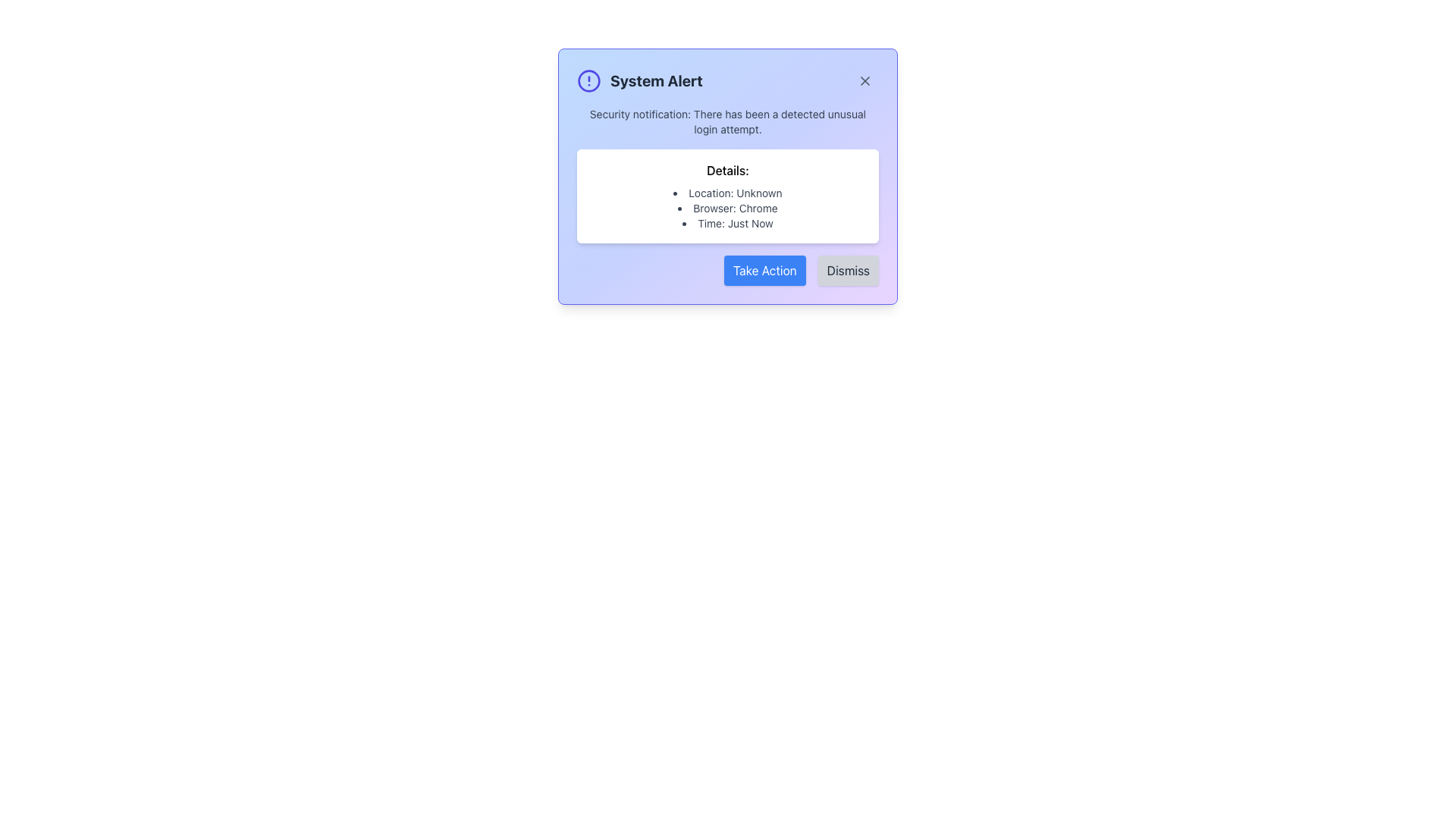 Image resolution: width=1456 pixels, height=819 pixels. I want to click on the close icon located at the top-right of the 'System Alert' dialog box, so click(865, 81).